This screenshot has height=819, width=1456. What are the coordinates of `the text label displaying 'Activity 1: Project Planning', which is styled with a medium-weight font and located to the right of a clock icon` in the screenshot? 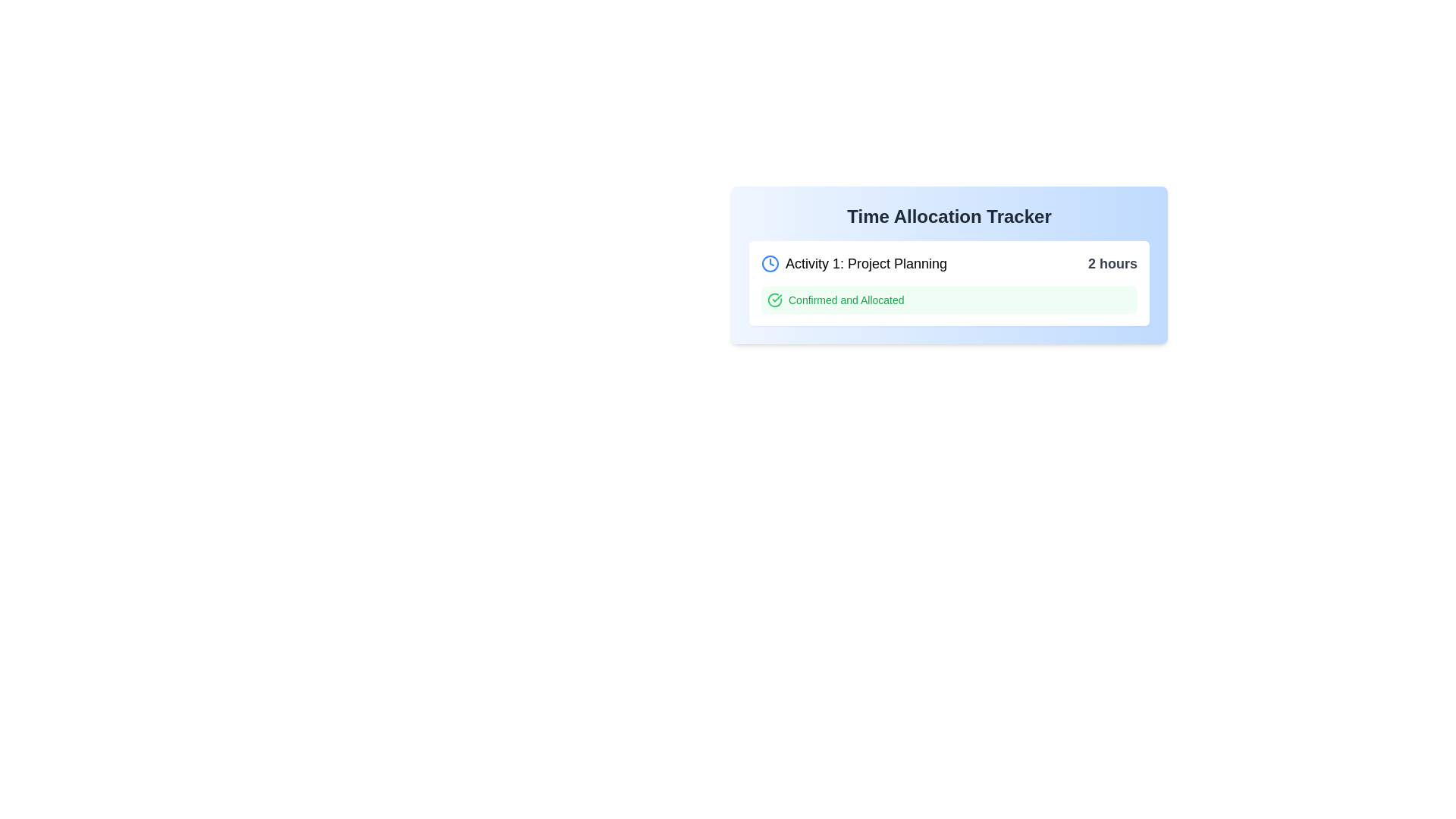 It's located at (866, 262).